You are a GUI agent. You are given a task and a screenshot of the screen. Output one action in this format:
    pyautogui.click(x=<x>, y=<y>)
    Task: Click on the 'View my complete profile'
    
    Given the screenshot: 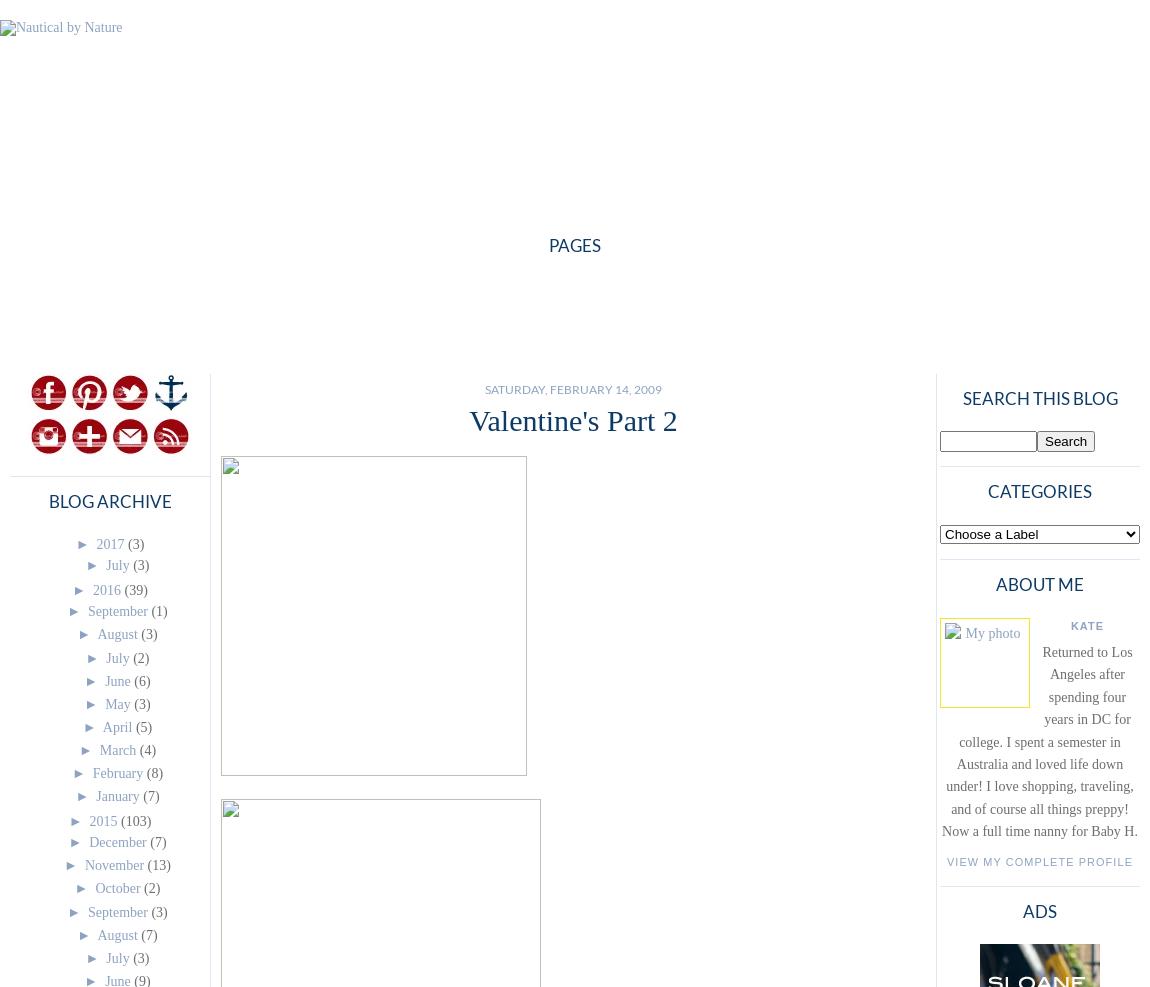 What is the action you would take?
    pyautogui.click(x=947, y=859)
    